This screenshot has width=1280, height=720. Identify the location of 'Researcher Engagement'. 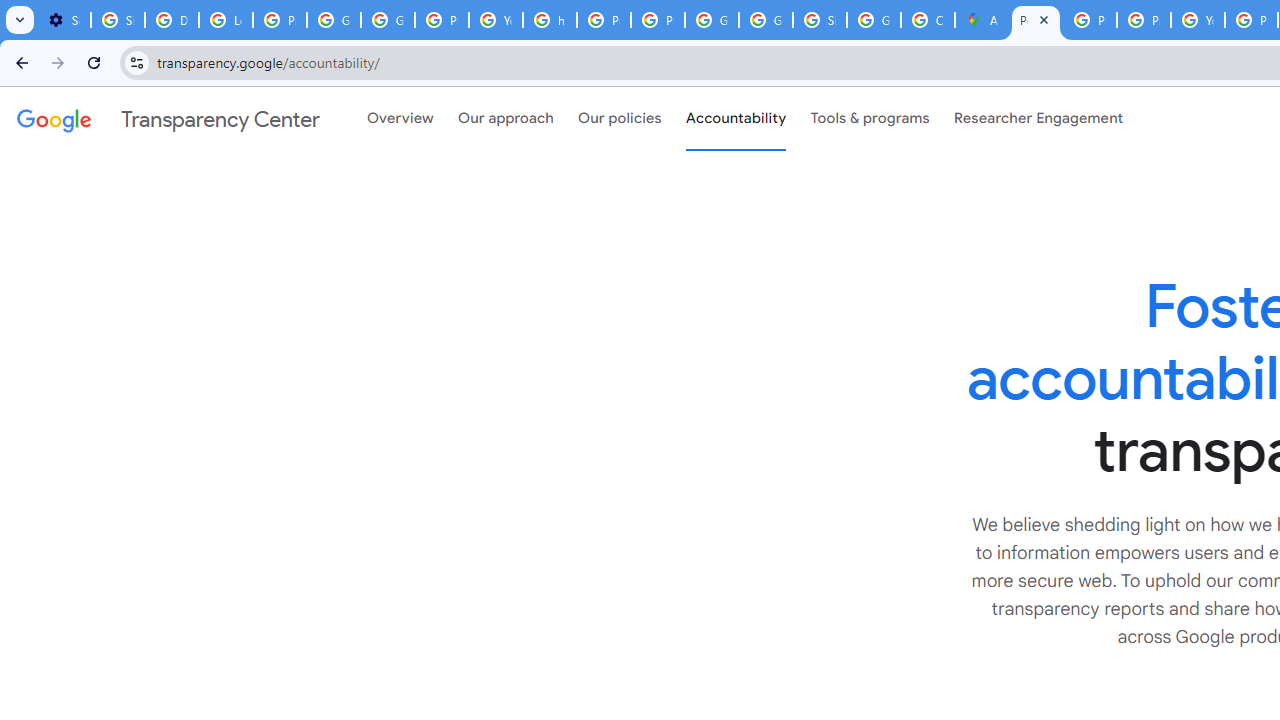
(1038, 119).